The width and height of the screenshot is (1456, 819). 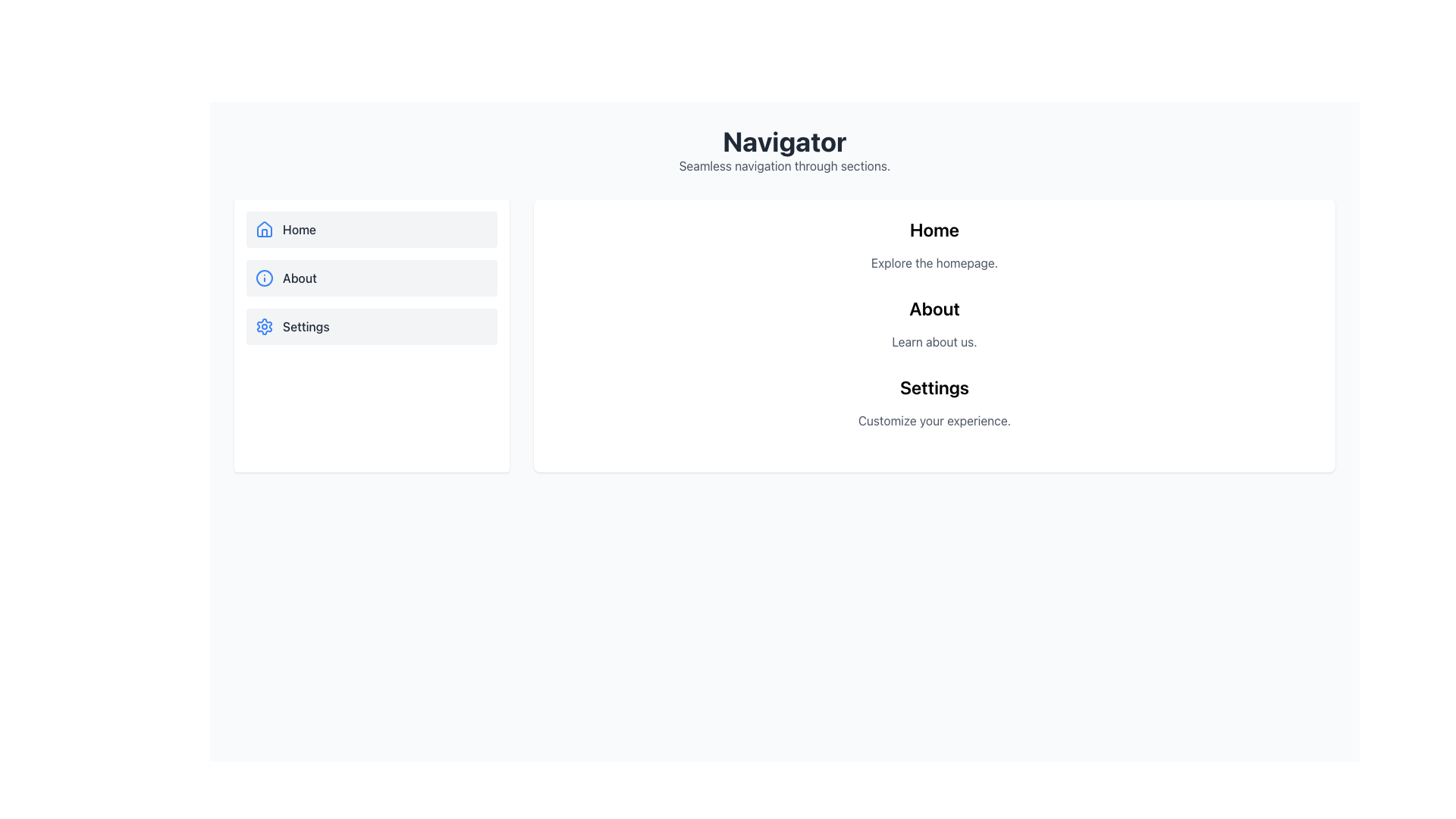 What do you see at coordinates (372, 230) in the screenshot?
I see `the 'Home' navigation button located in the left side panel` at bounding box center [372, 230].